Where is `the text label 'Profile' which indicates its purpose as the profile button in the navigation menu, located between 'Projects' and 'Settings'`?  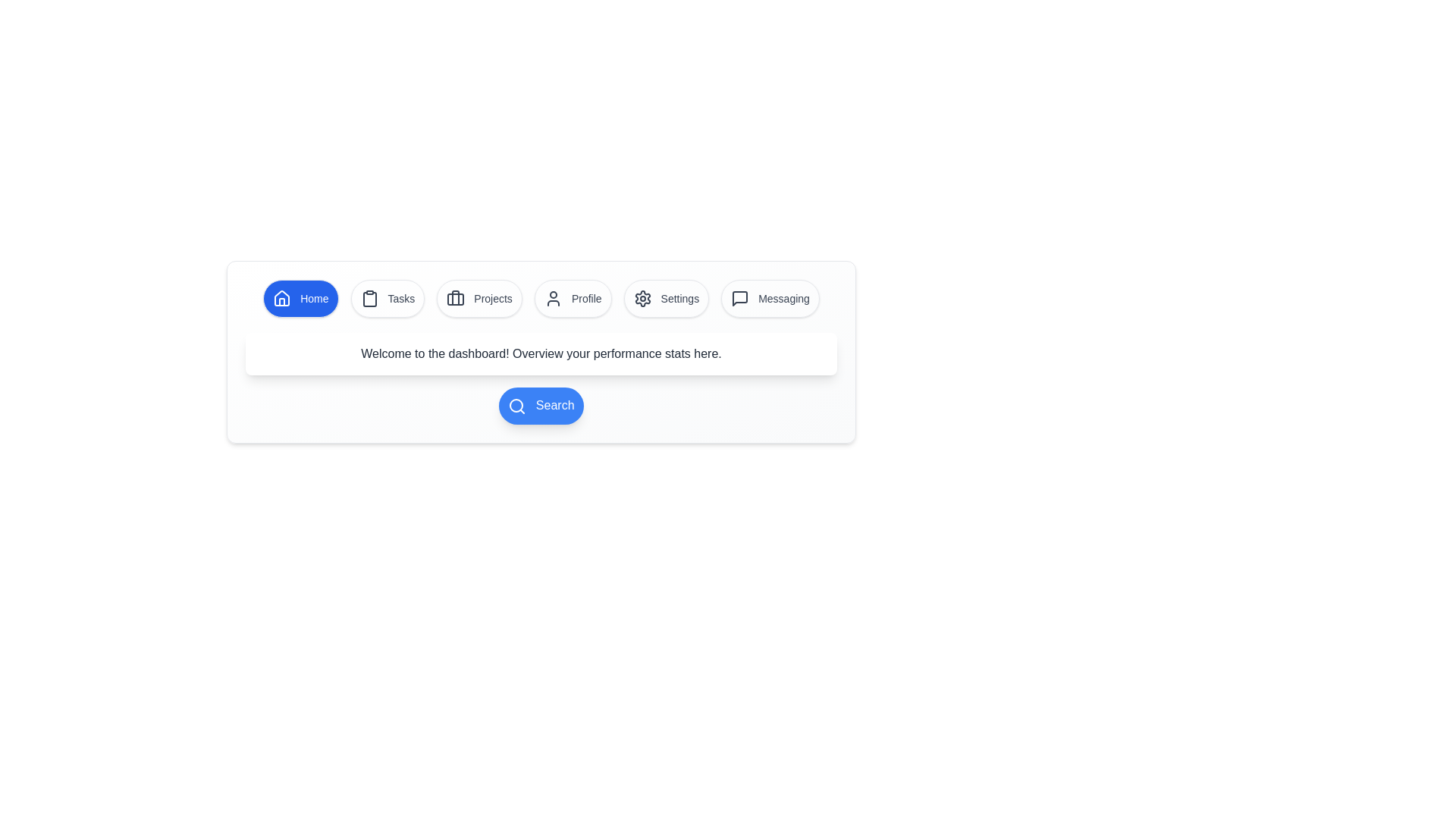 the text label 'Profile' which indicates its purpose as the profile button in the navigation menu, located between 'Projects' and 'Settings' is located at coordinates (585, 298).